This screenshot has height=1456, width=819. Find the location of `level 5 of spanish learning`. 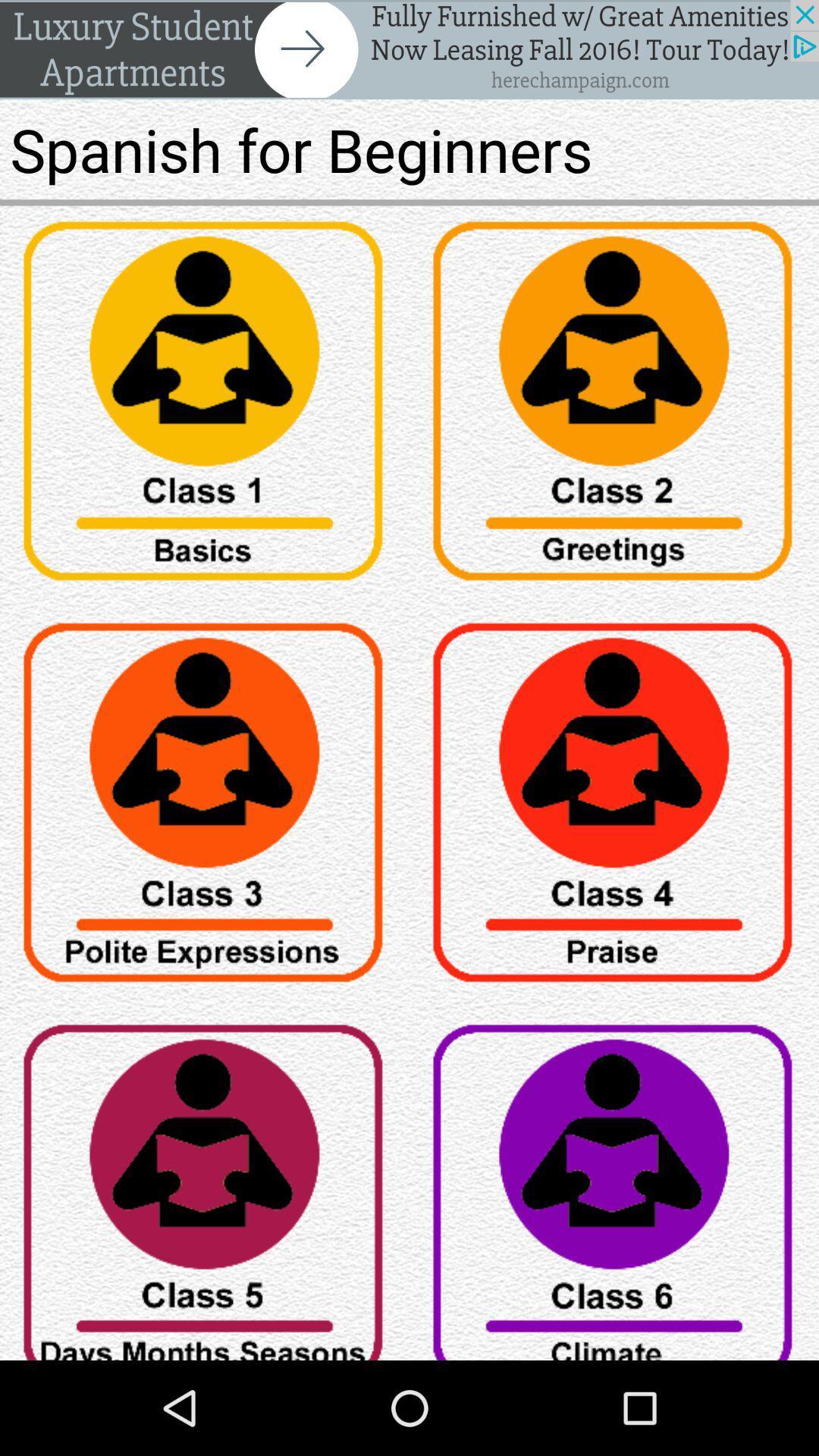

level 5 of spanish learning is located at coordinates (205, 1184).